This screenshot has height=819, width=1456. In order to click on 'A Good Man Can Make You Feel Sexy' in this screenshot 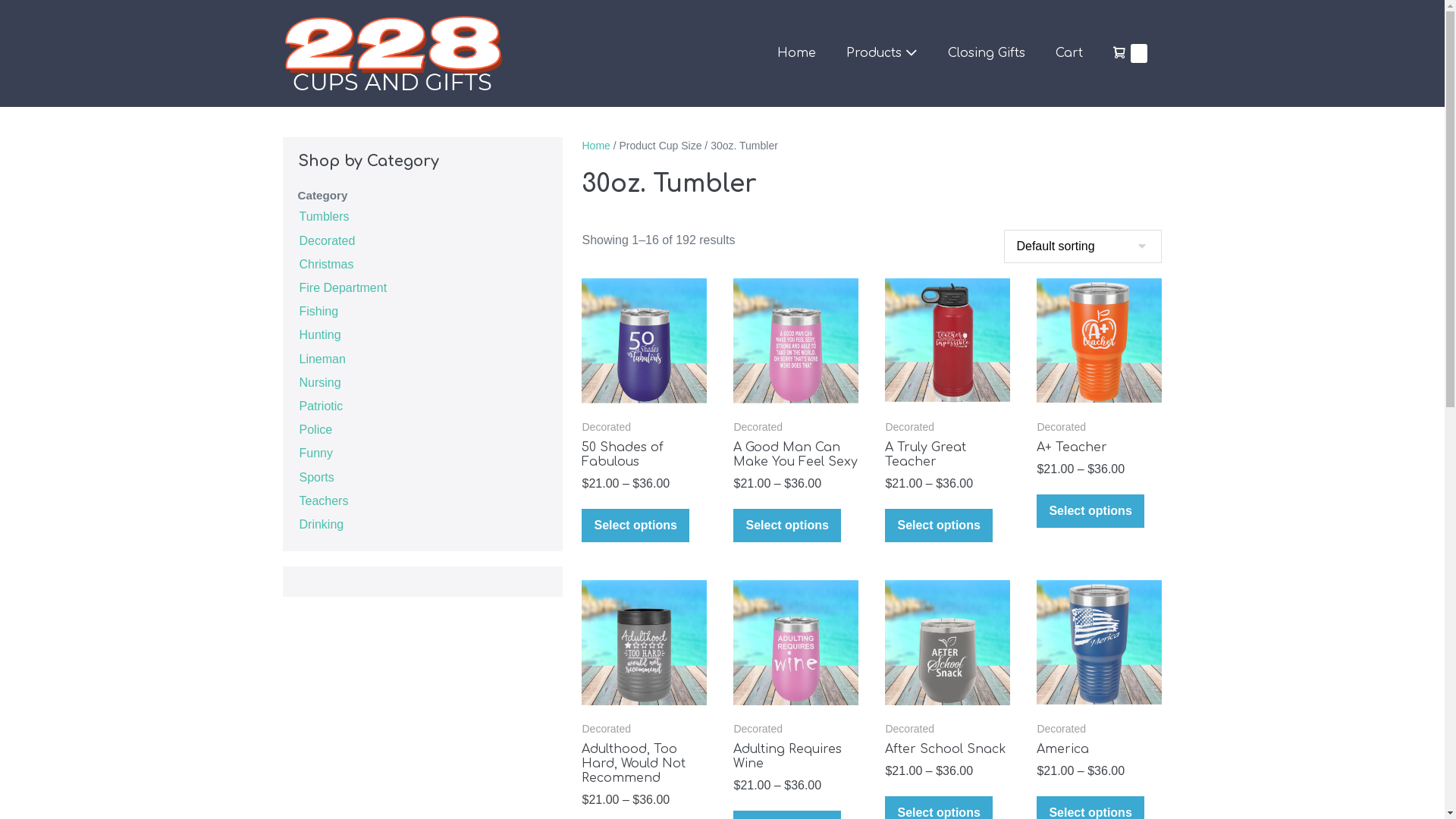, I will do `click(733, 454)`.